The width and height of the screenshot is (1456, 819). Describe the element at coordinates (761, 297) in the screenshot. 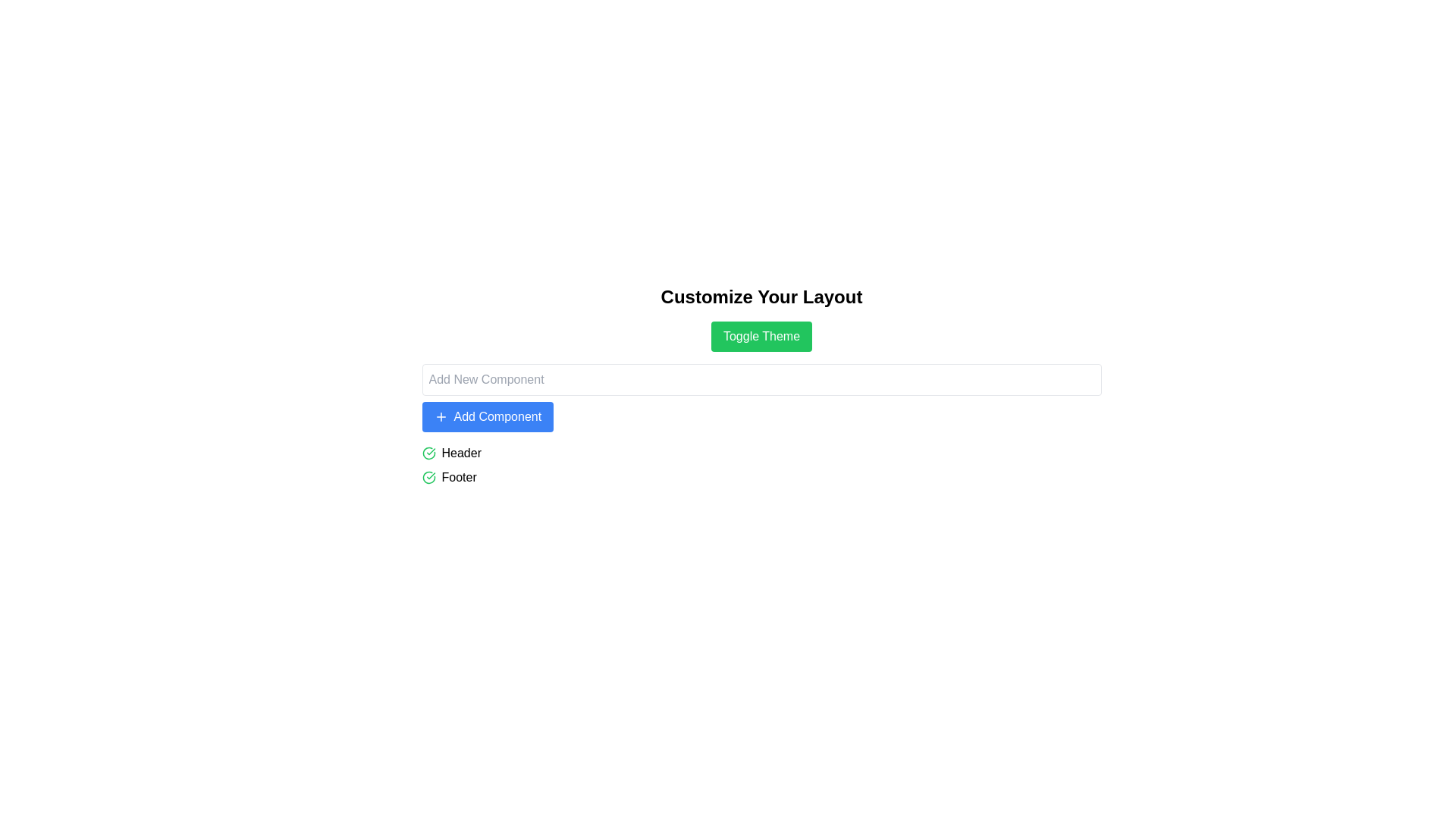

I see `header text that says 'Customize Your Layout', which is a large, bold black font located at the top center of the layout` at that location.